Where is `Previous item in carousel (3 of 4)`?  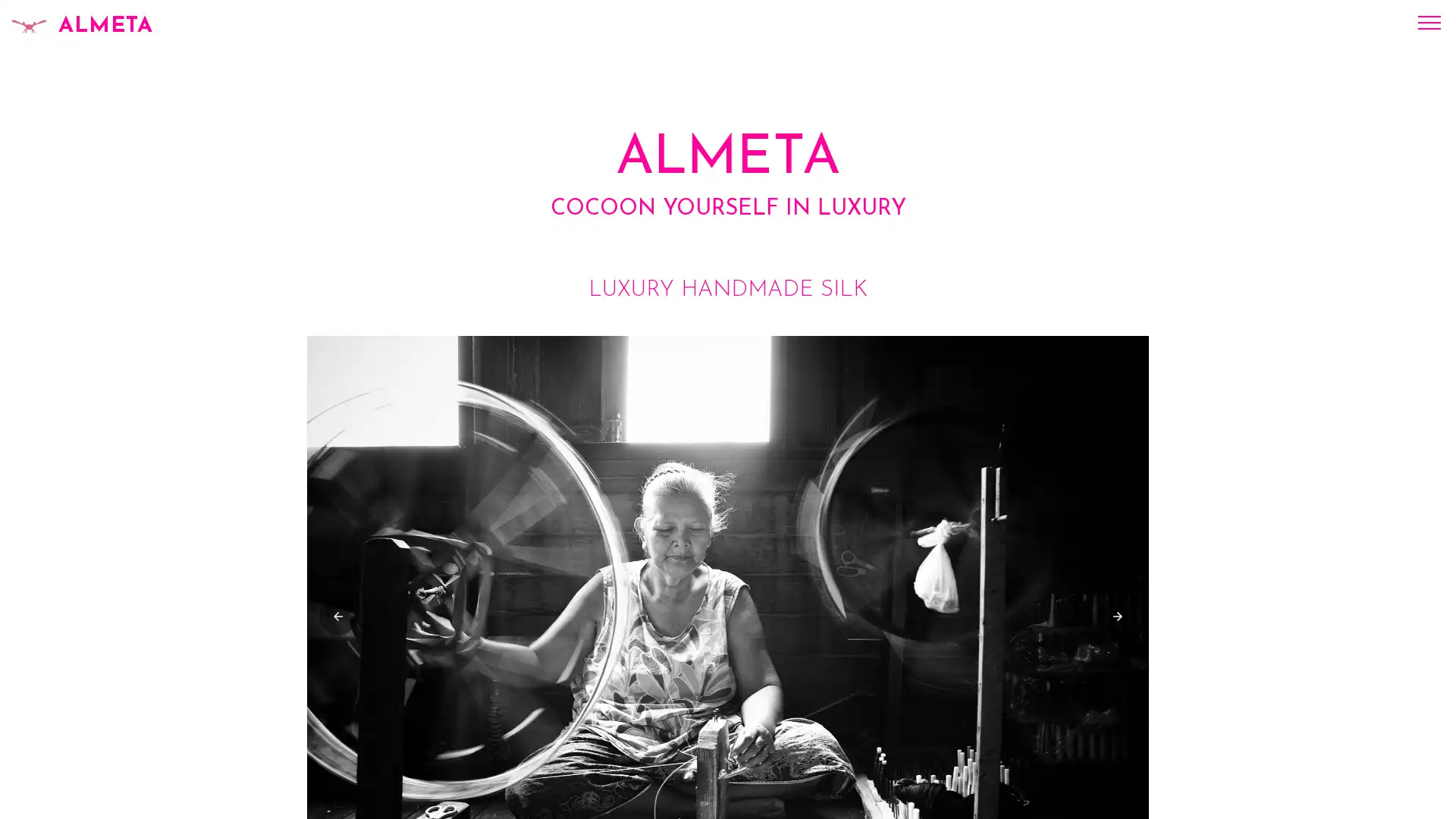 Previous item in carousel (3 of 4) is located at coordinates (337, 616).